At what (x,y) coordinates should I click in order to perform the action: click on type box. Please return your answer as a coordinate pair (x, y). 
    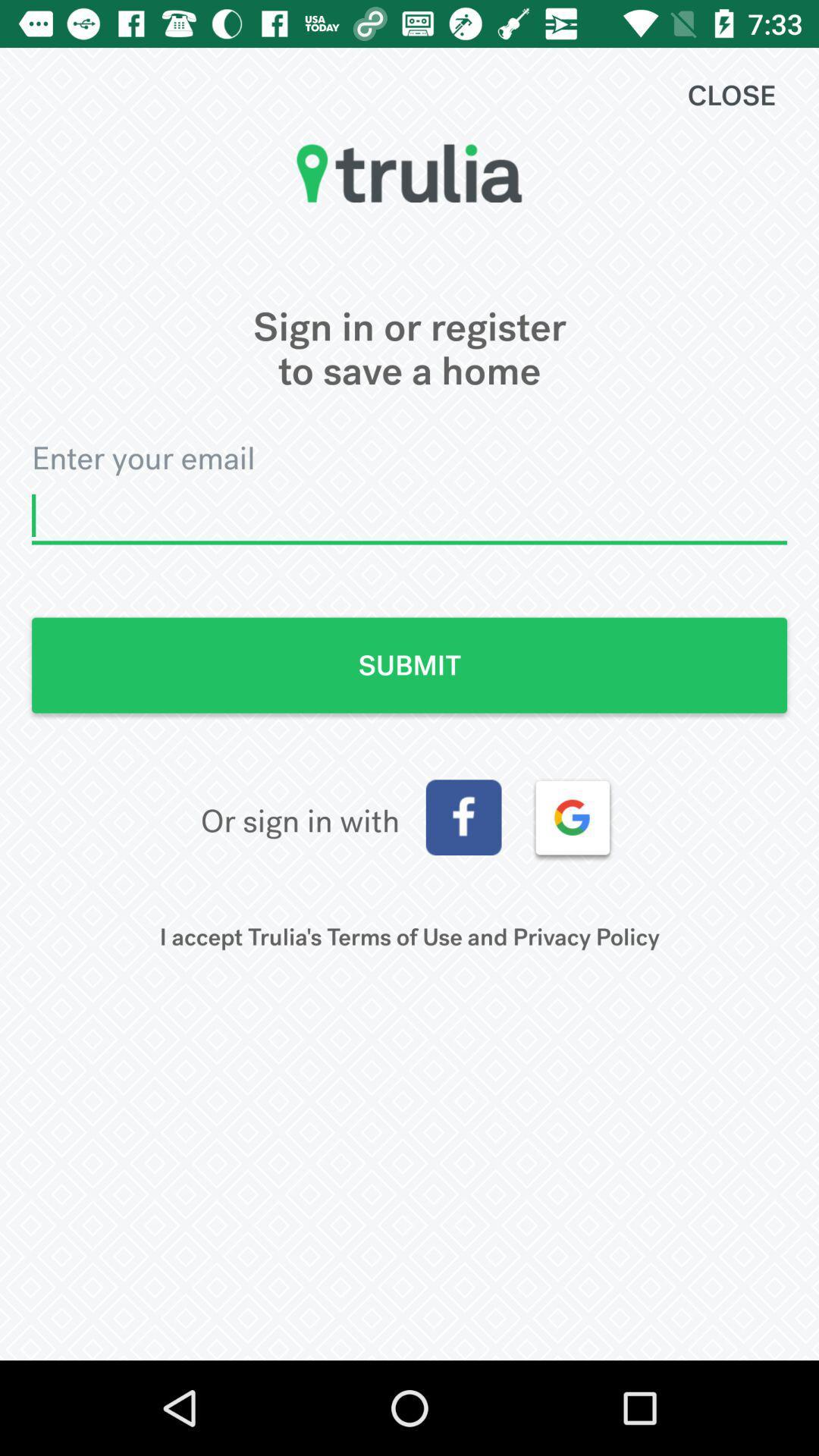
    Looking at the image, I should click on (409, 516).